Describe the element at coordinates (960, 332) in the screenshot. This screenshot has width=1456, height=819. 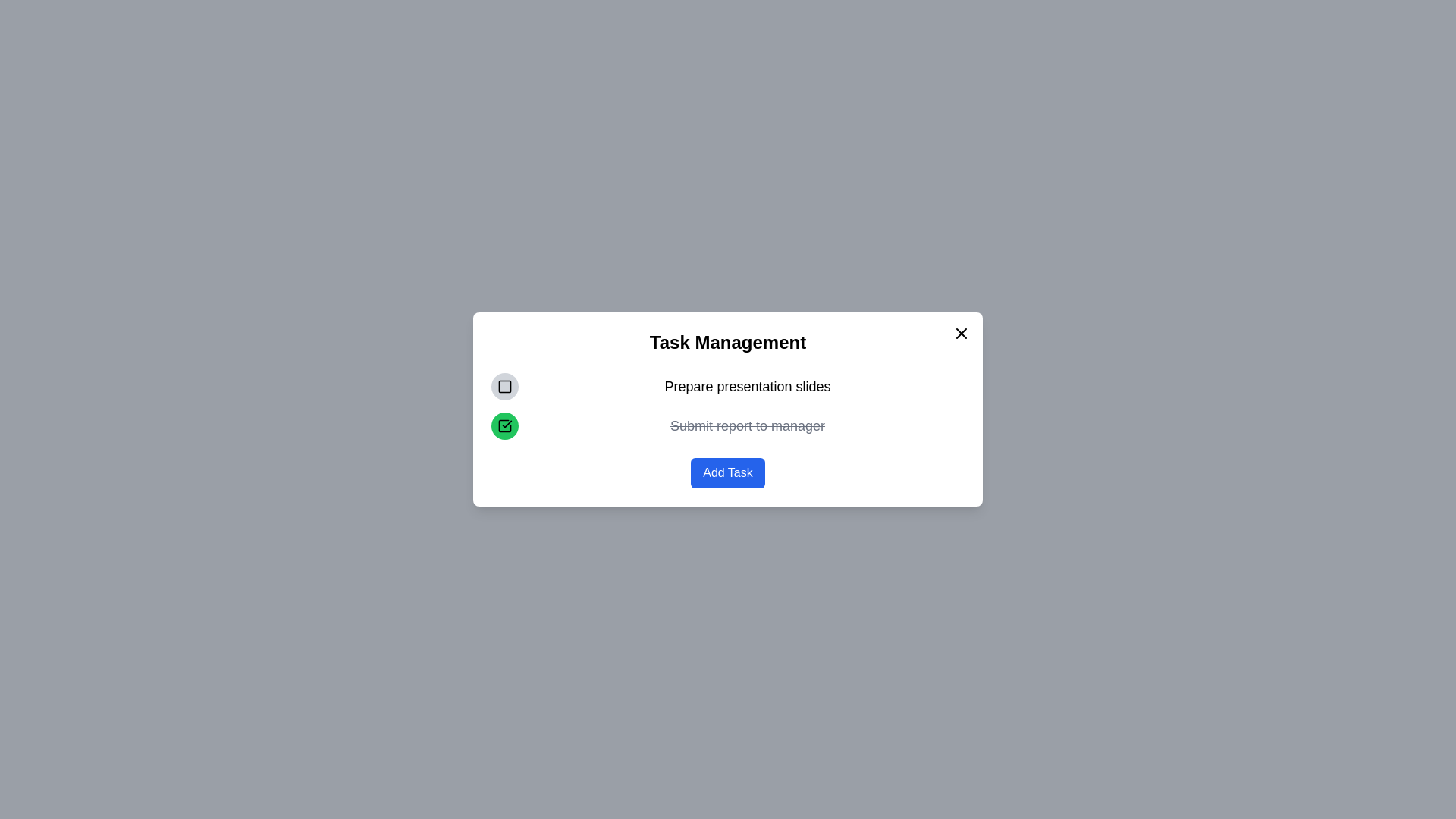
I see `the 'X' icon located at the top-right corner of the 'Task Management' dialog box` at that location.